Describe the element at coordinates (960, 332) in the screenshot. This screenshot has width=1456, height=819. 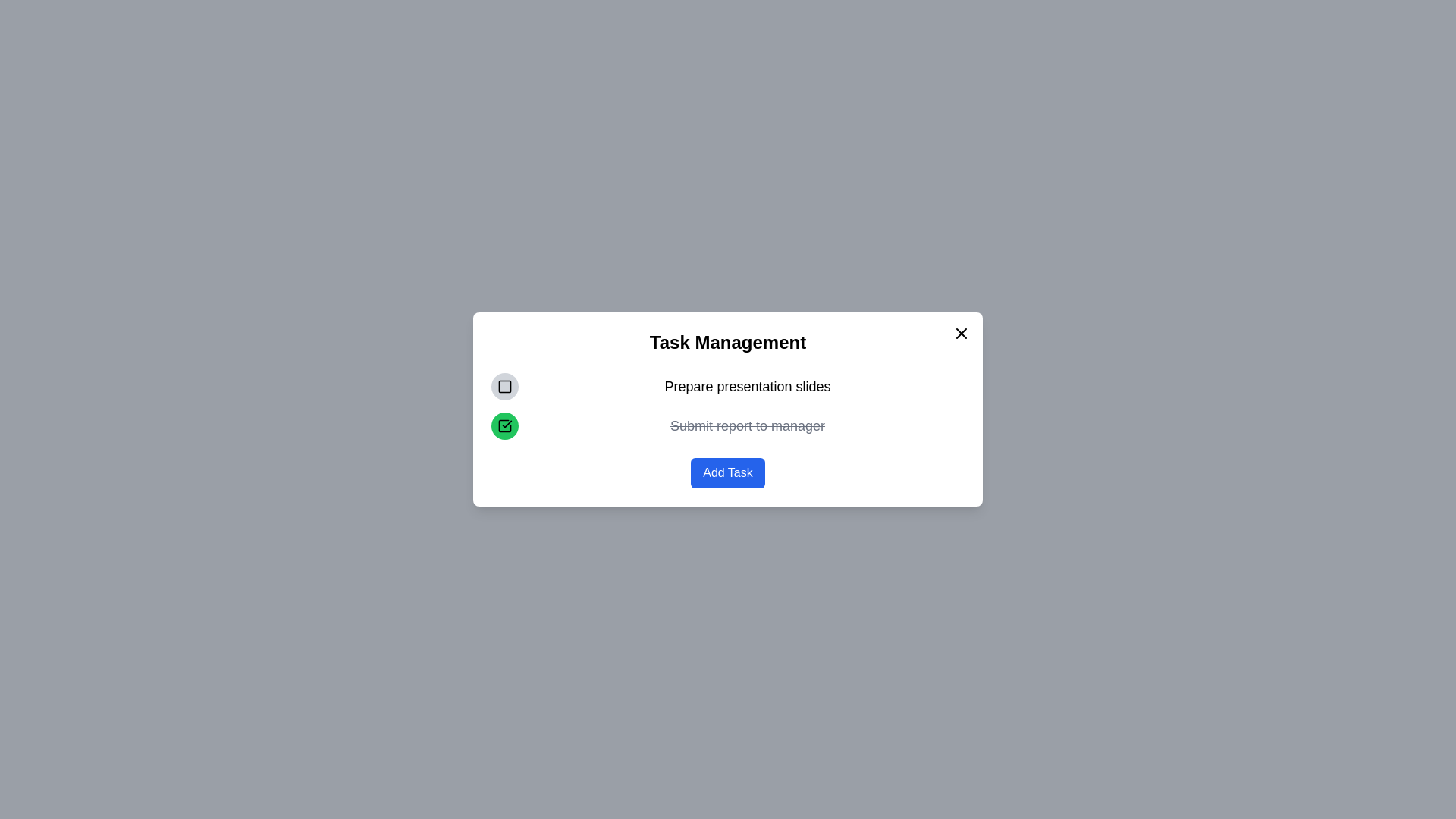
I see `the 'X' icon located at the top-right corner of the 'Task Management' dialog box` at that location.